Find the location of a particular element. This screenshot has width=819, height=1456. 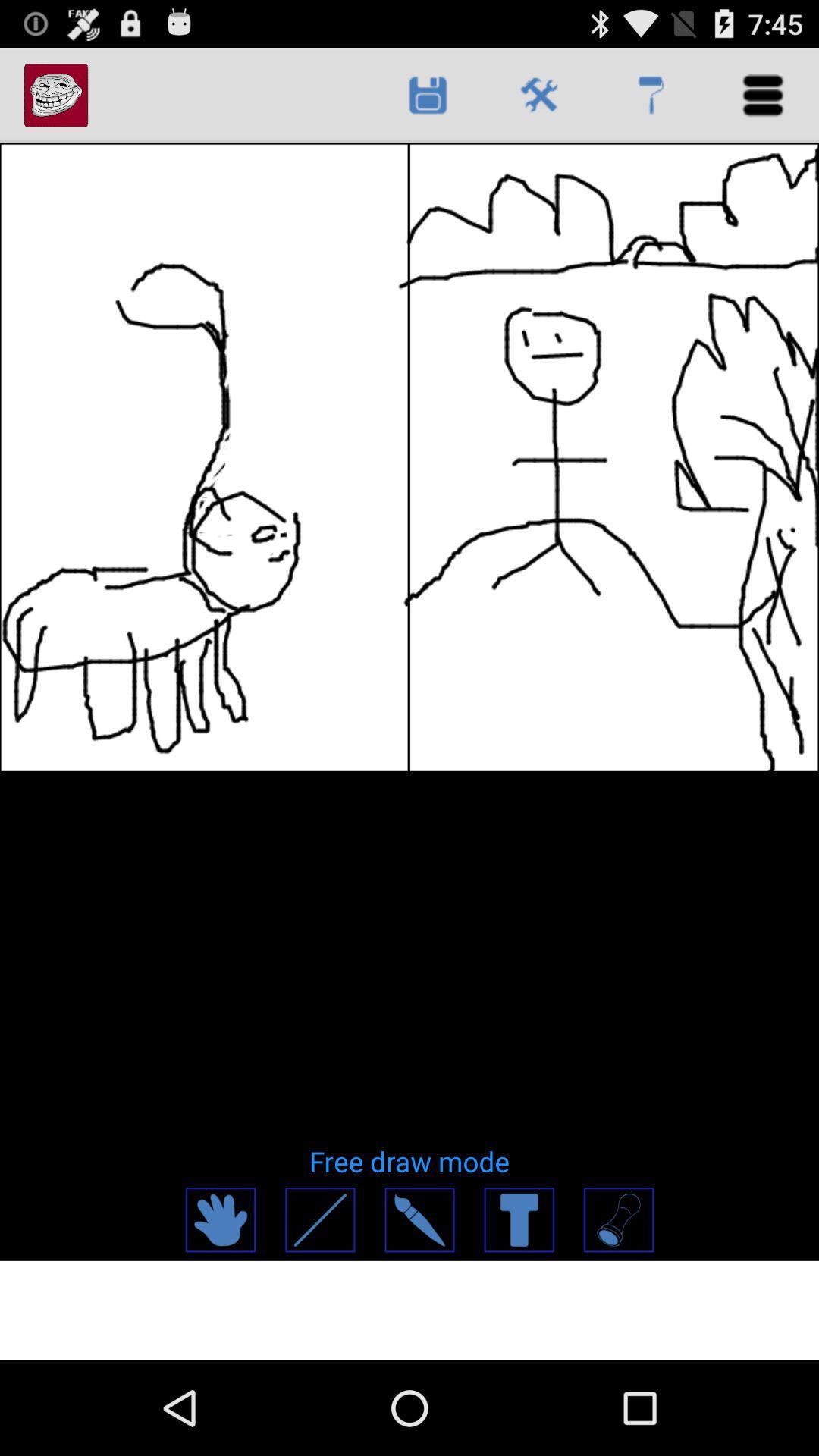

move image is located at coordinates (220, 1219).